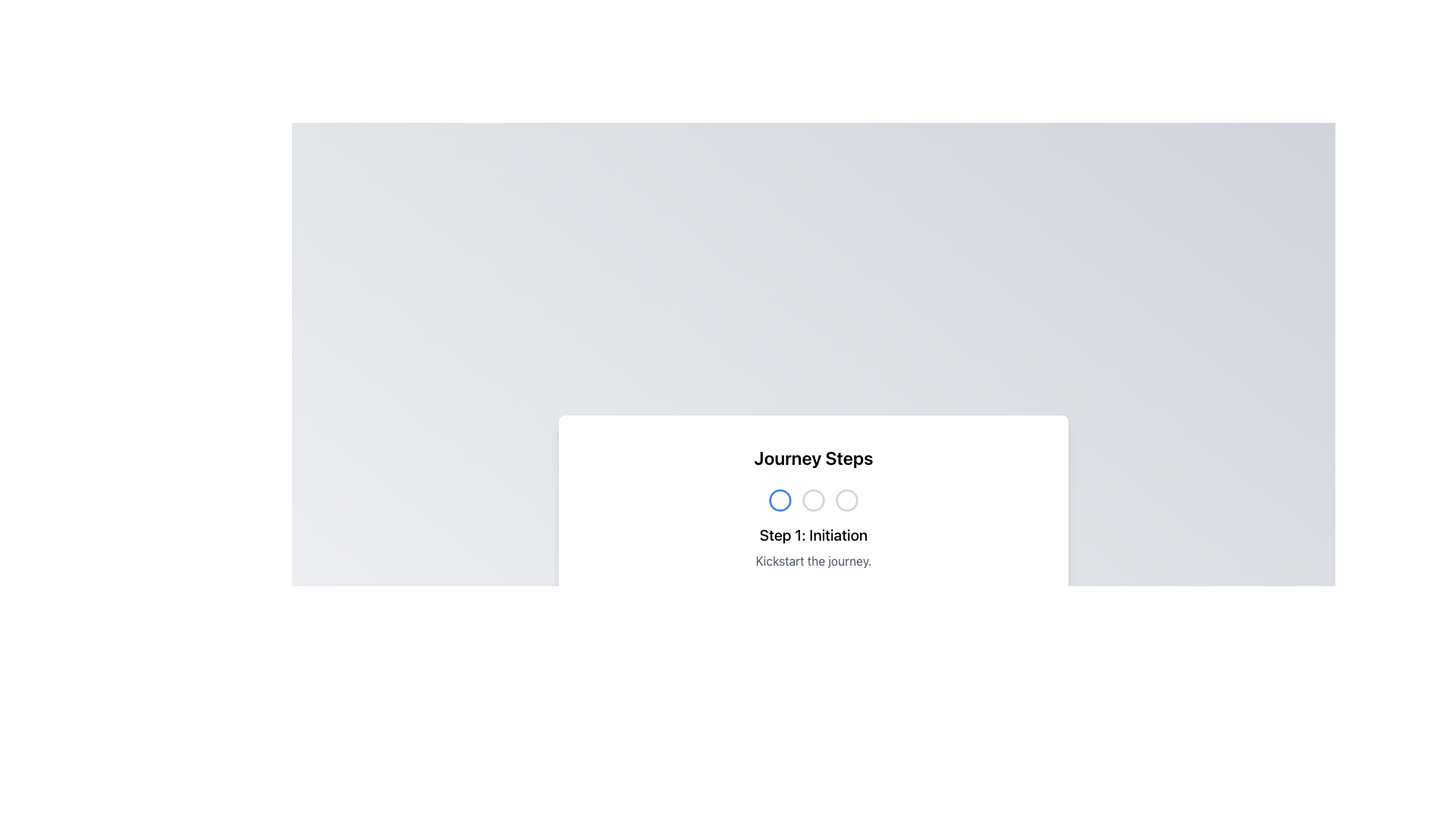  I want to click on the current stage status by interacting with the second circle of the Progress Indicator in the Journey Steps tracker, so click(813, 500).